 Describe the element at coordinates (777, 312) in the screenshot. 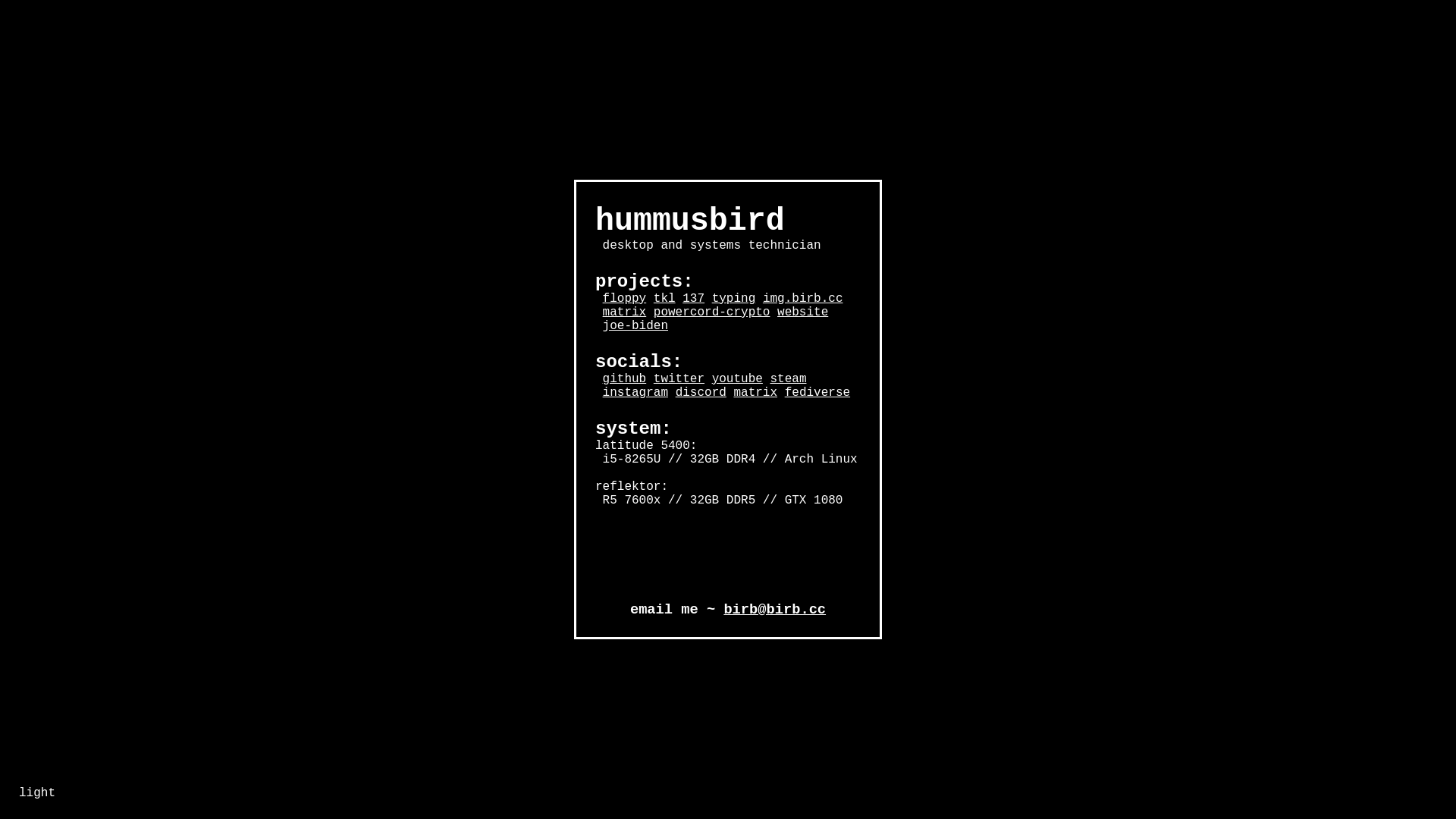

I see `'website'` at that location.